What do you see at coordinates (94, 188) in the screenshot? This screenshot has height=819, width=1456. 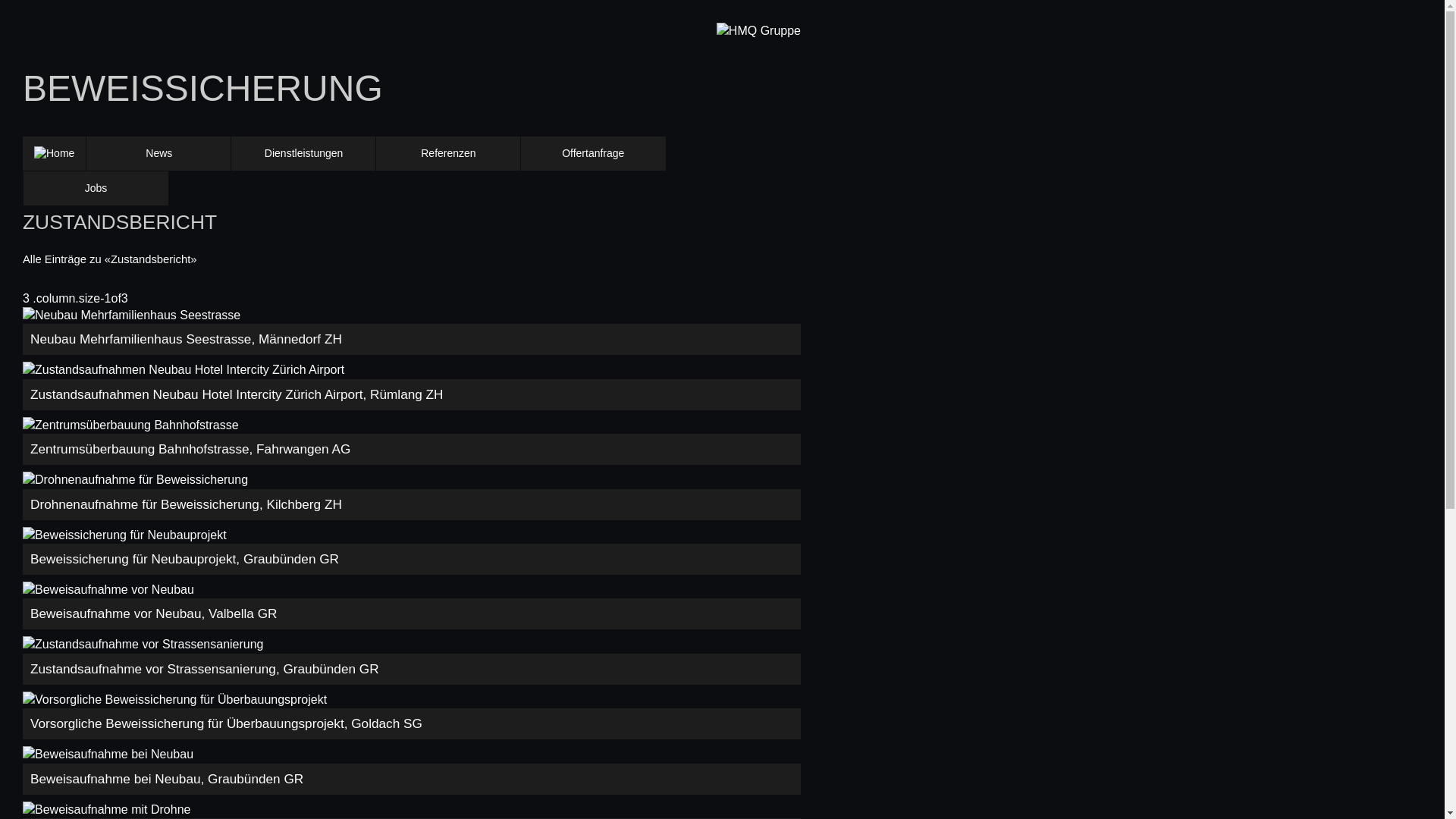 I see `'Jobs'` at bounding box center [94, 188].